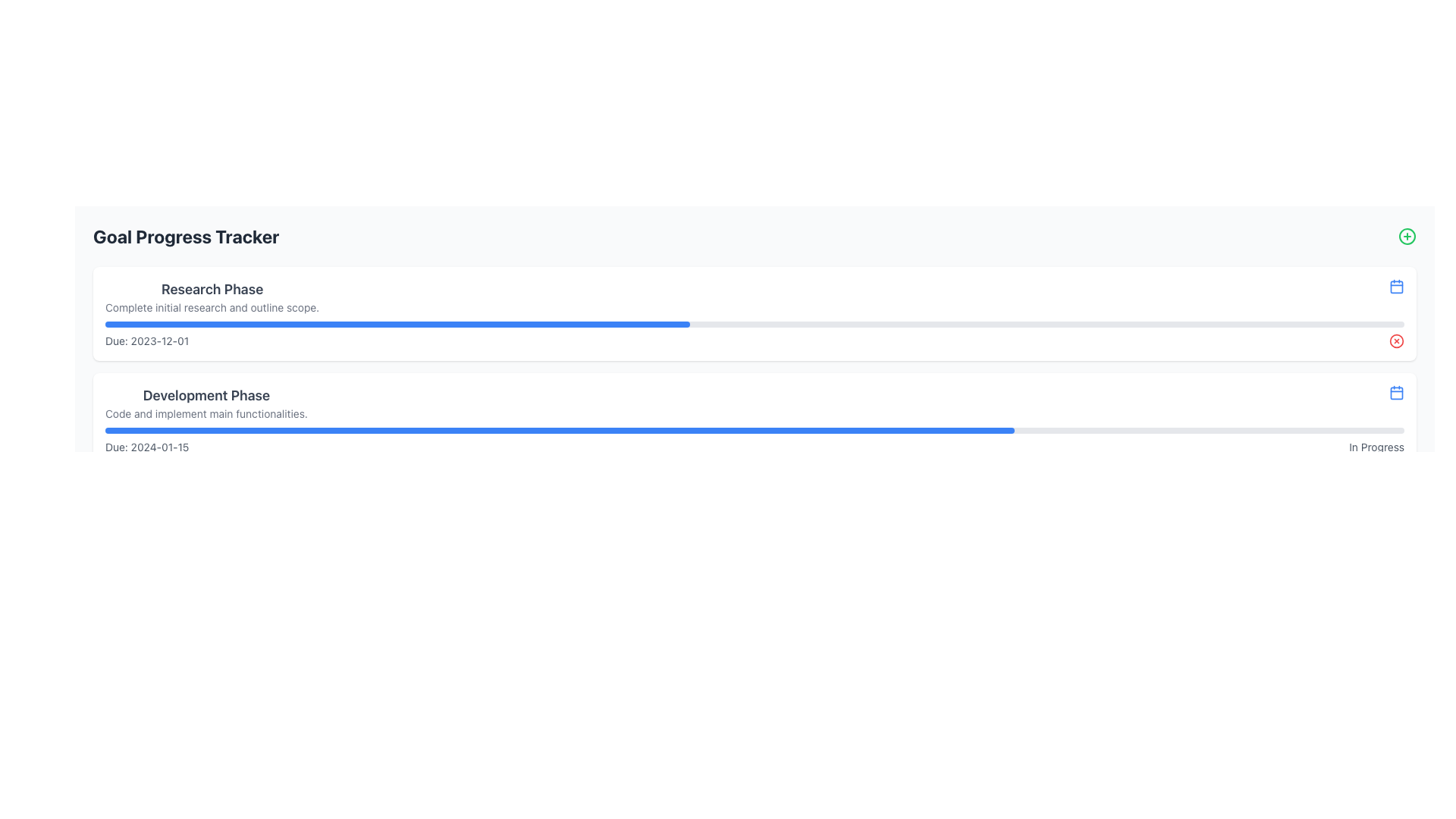  I want to click on the Decorative SVG rectangle component of the calendar icon, which is styled in blue and located at the right-hand end of a card component in a list, to indirectly activate related logic, so click(1396, 287).